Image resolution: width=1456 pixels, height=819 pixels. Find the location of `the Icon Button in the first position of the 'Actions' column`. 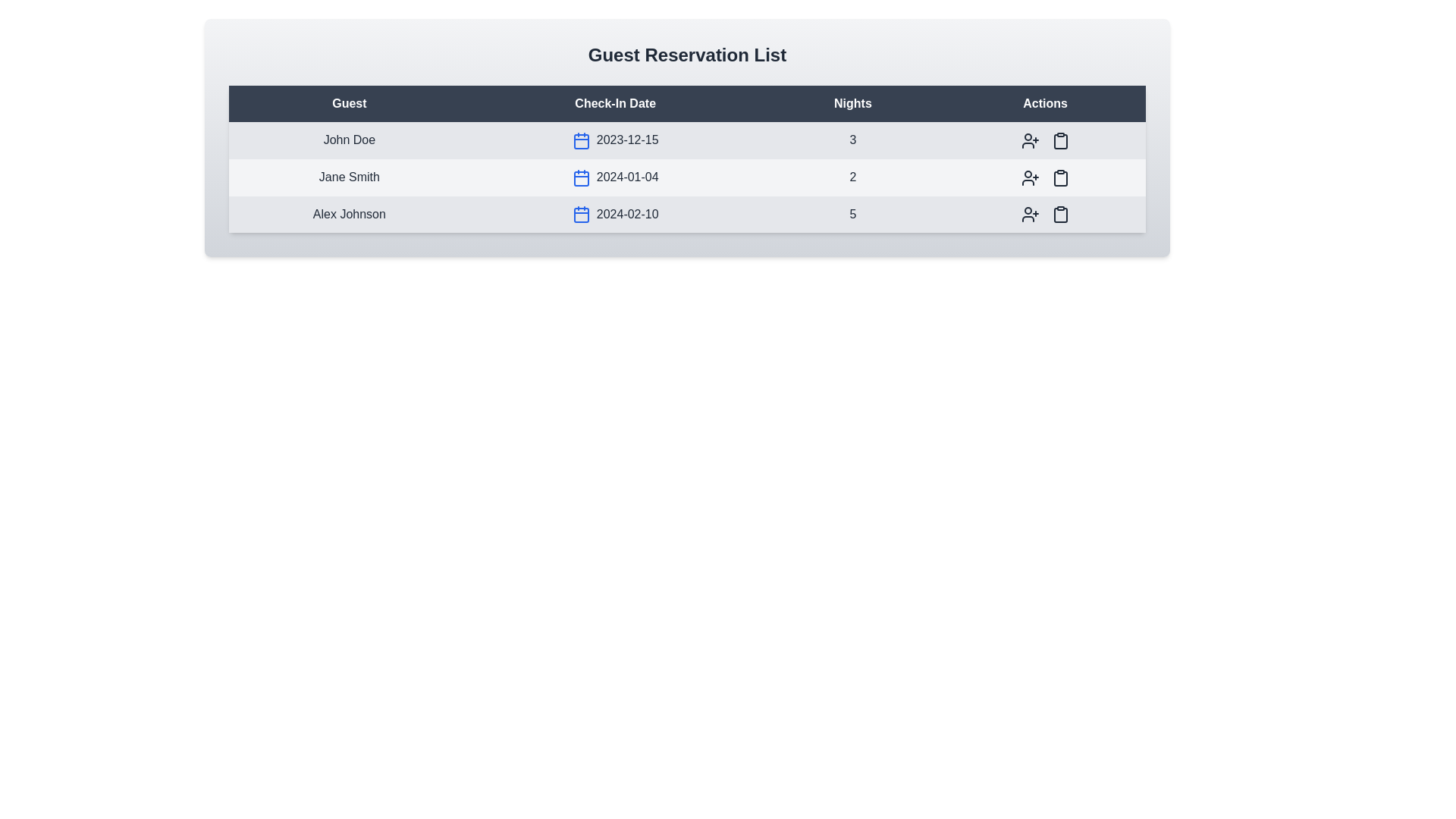

the Icon Button in the first position of the 'Actions' column is located at coordinates (1030, 140).